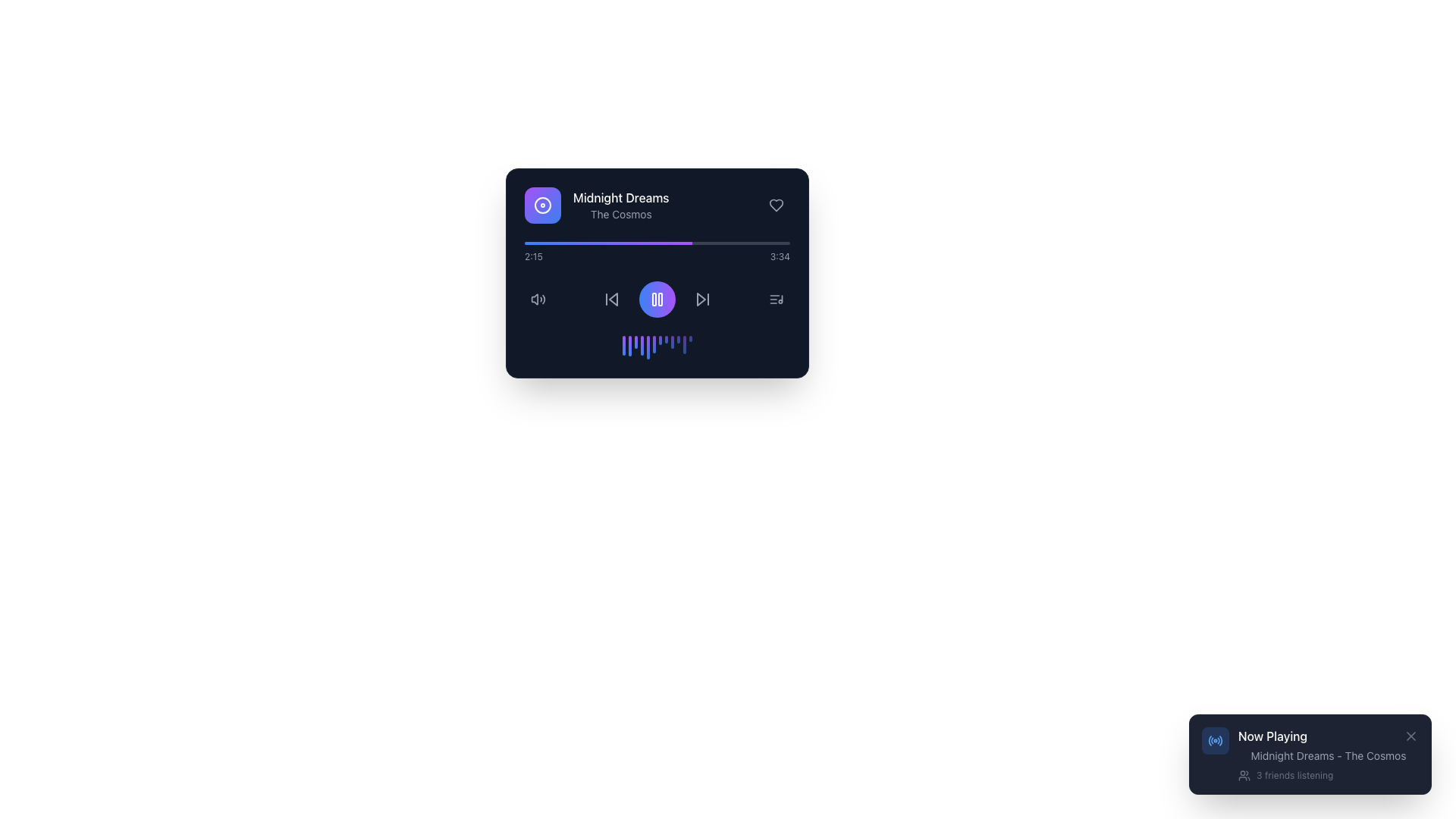 This screenshot has width=1456, height=819. Describe the element at coordinates (611, 299) in the screenshot. I see `the skip-back control button, which is a small white icon with a left-pointing triangle and vertical line, located` at that location.